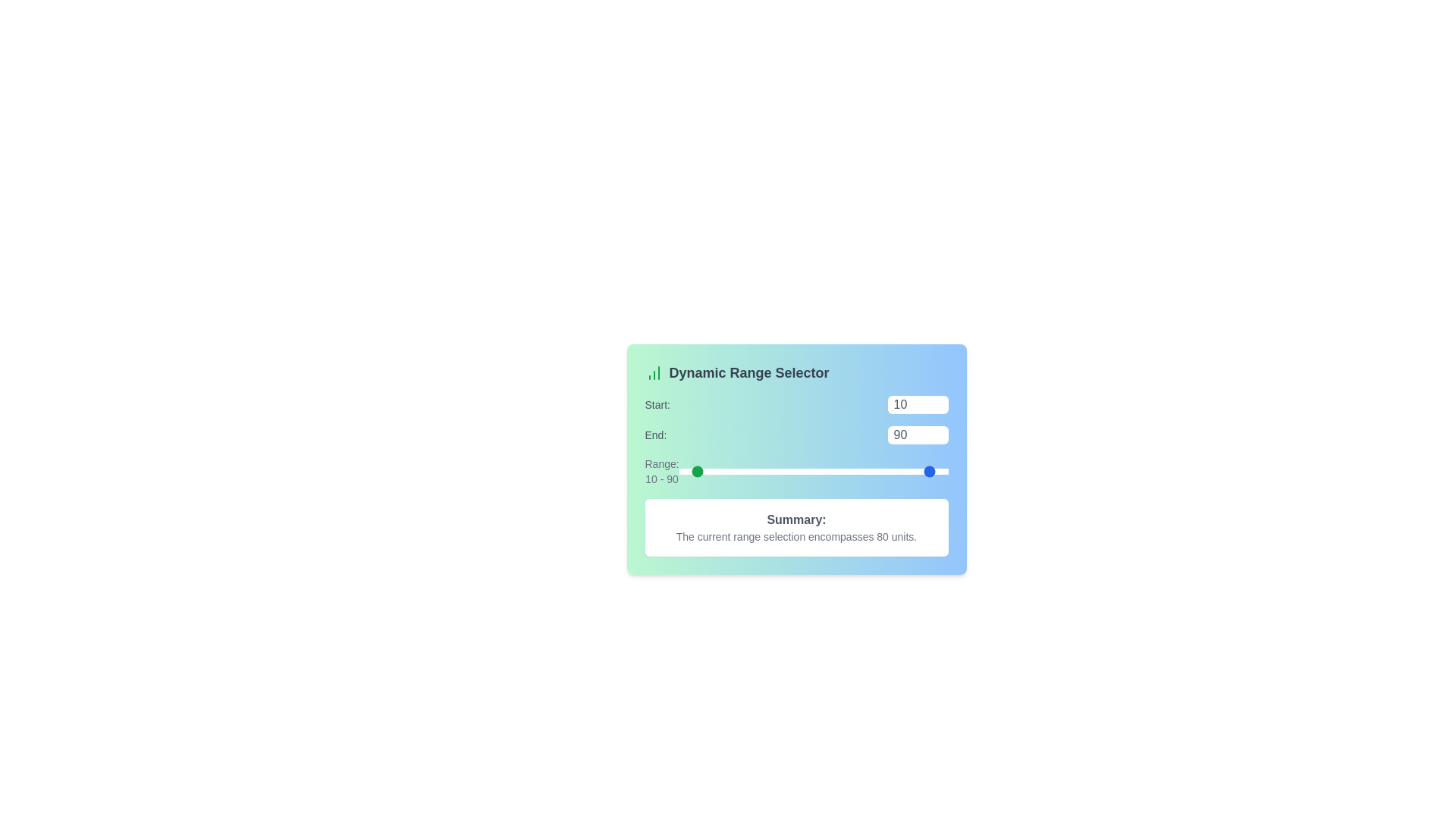 This screenshot has height=819, width=1456. What do you see at coordinates (906, 470) in the screenshot?
I see `the 'End' slider to set the range end value to 69` at bounding box center [906, 470].